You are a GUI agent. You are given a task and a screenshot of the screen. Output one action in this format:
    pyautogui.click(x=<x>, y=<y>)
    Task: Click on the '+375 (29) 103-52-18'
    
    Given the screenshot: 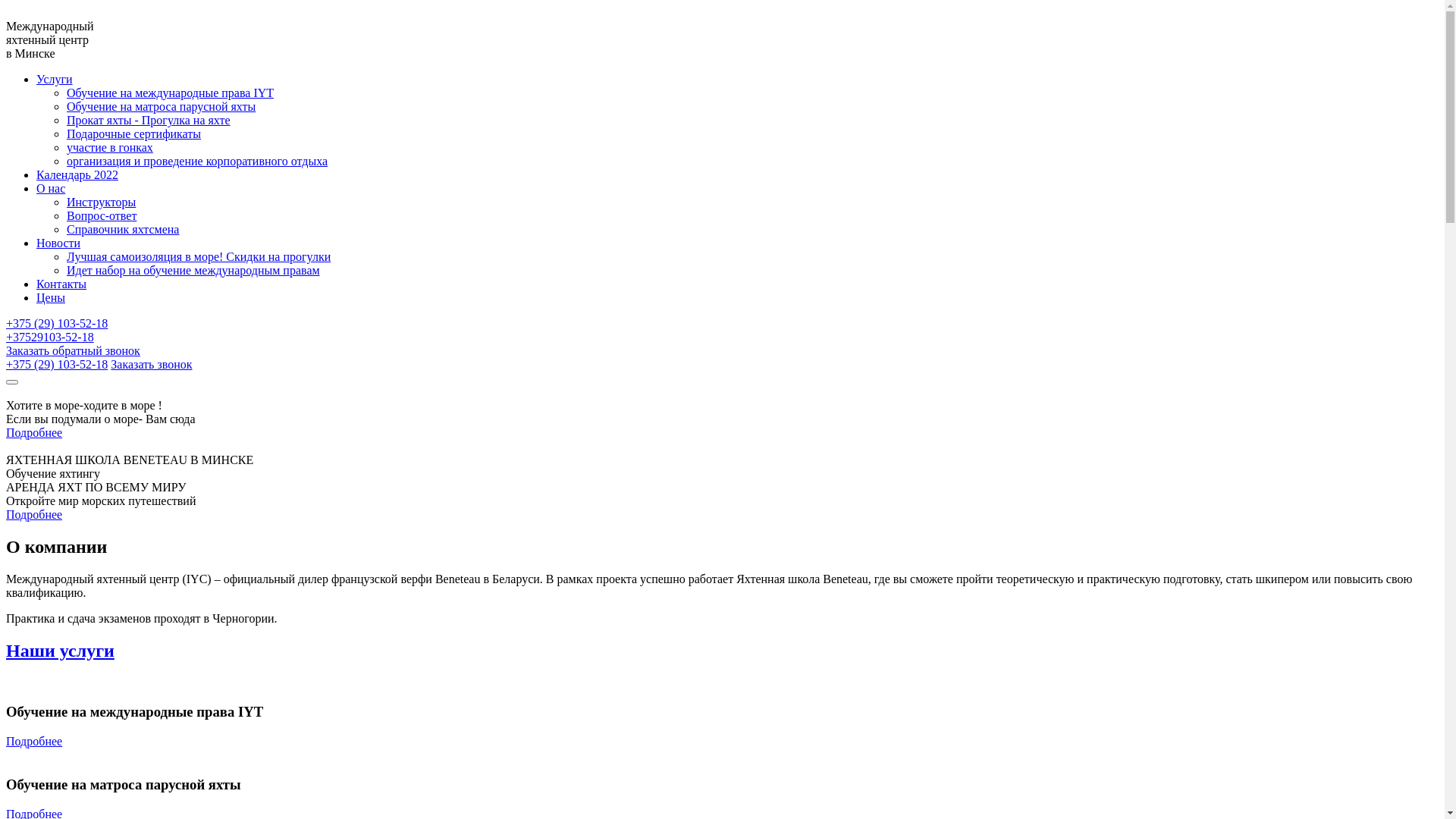 What is the action you would take?
    pyautogui.click(x=6, y=322)
    